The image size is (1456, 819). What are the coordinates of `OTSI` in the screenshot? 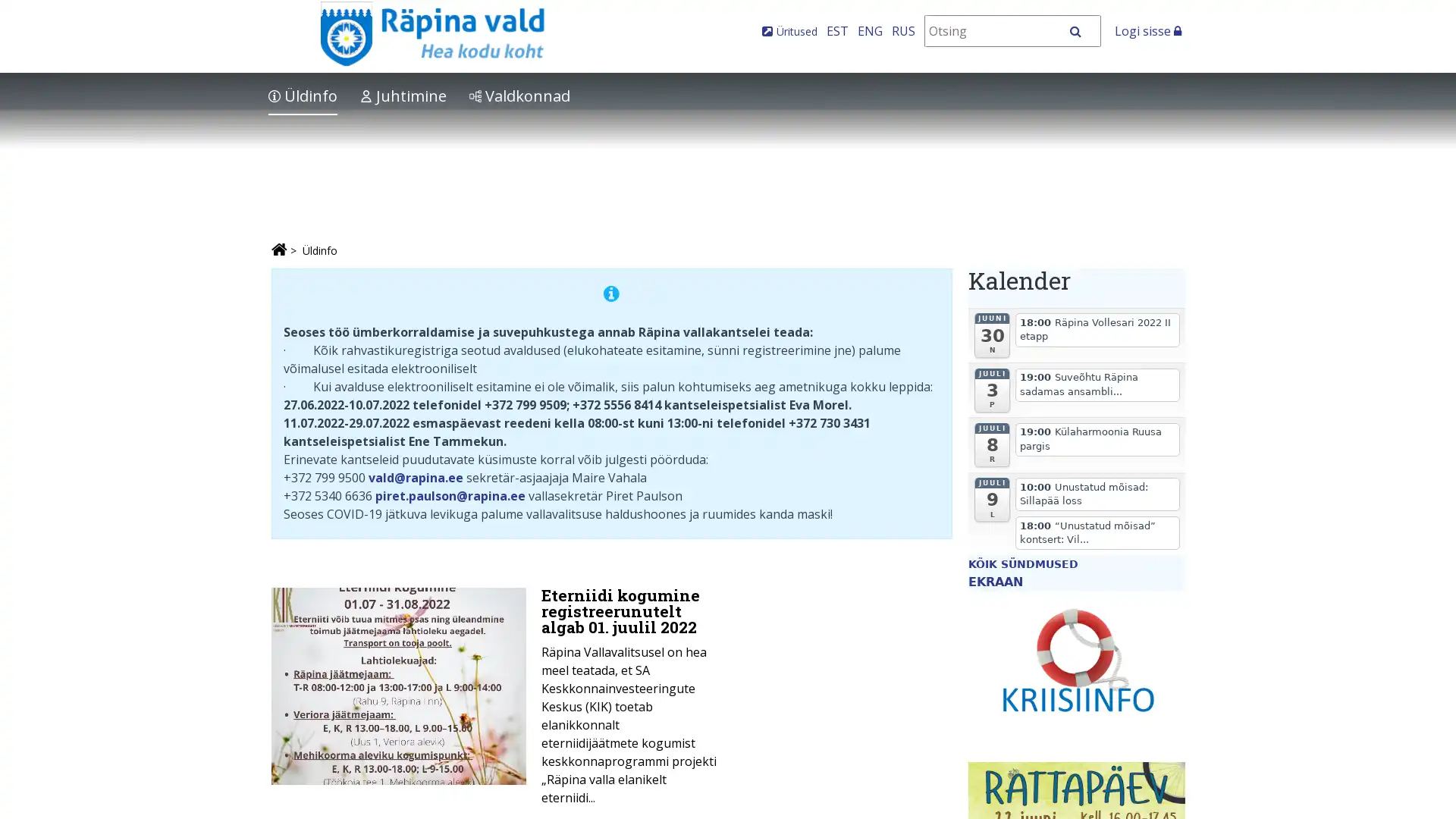 It's located at (1083, 31).